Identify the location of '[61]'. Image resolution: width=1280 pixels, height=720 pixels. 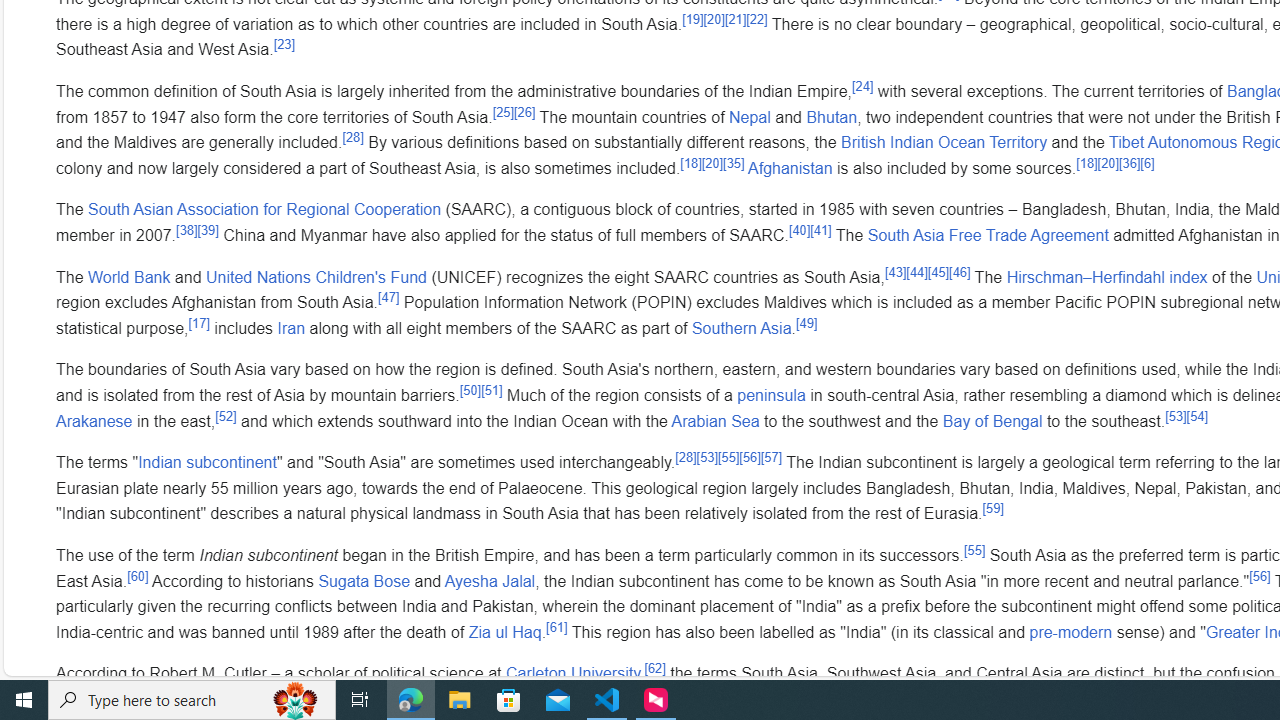
(557, 626).